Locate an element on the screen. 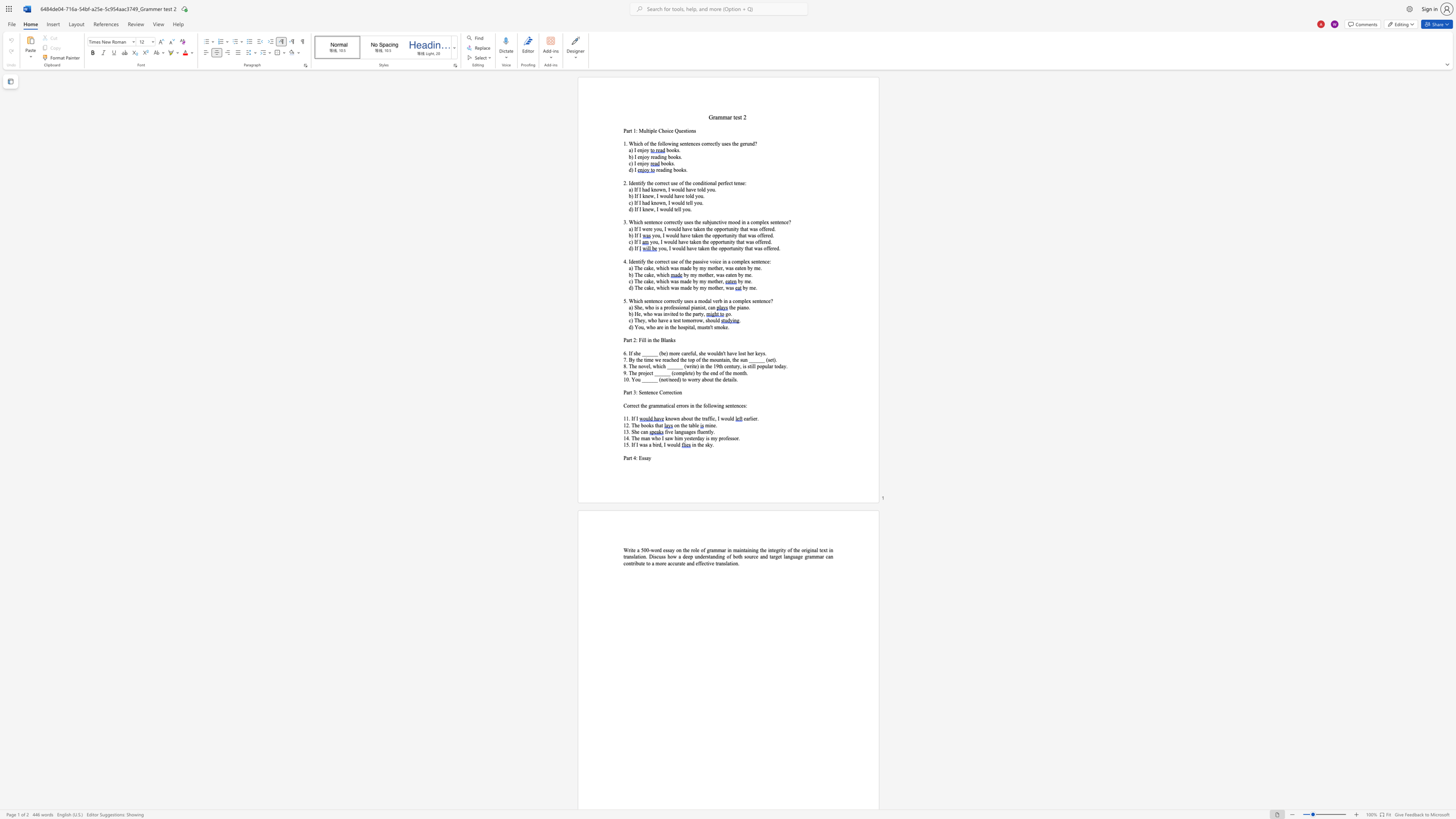 This screenshot has width=1456, height=819. the subset text "en by" within the text "a) The cake, which was made by my mother, was eaten by me." is located at coordinates (741, 268).